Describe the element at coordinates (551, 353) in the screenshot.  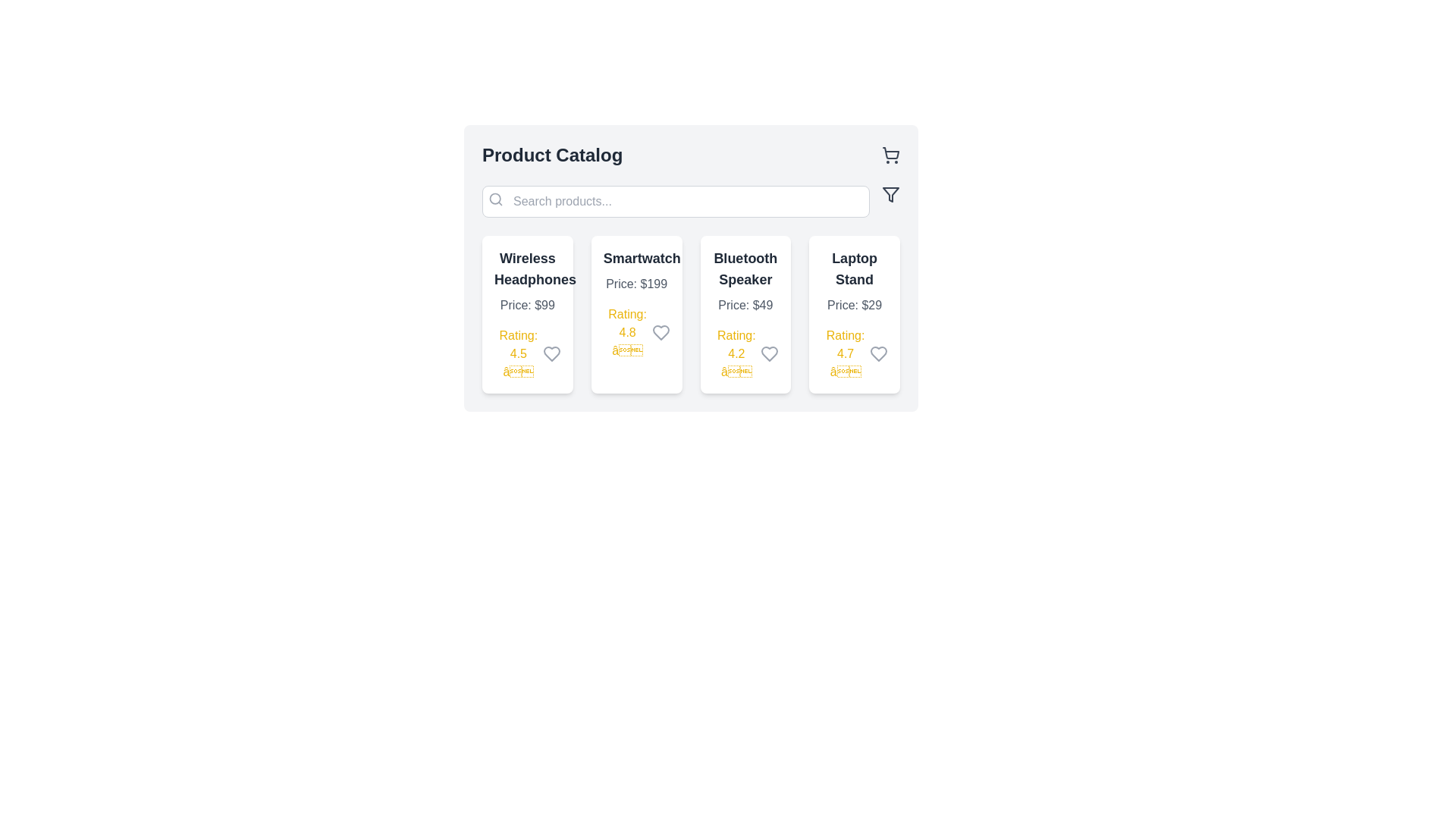
I see `the heart-shaped icon next to the '4.5 ★' rating in the Wireless Headphones product card` at that location.